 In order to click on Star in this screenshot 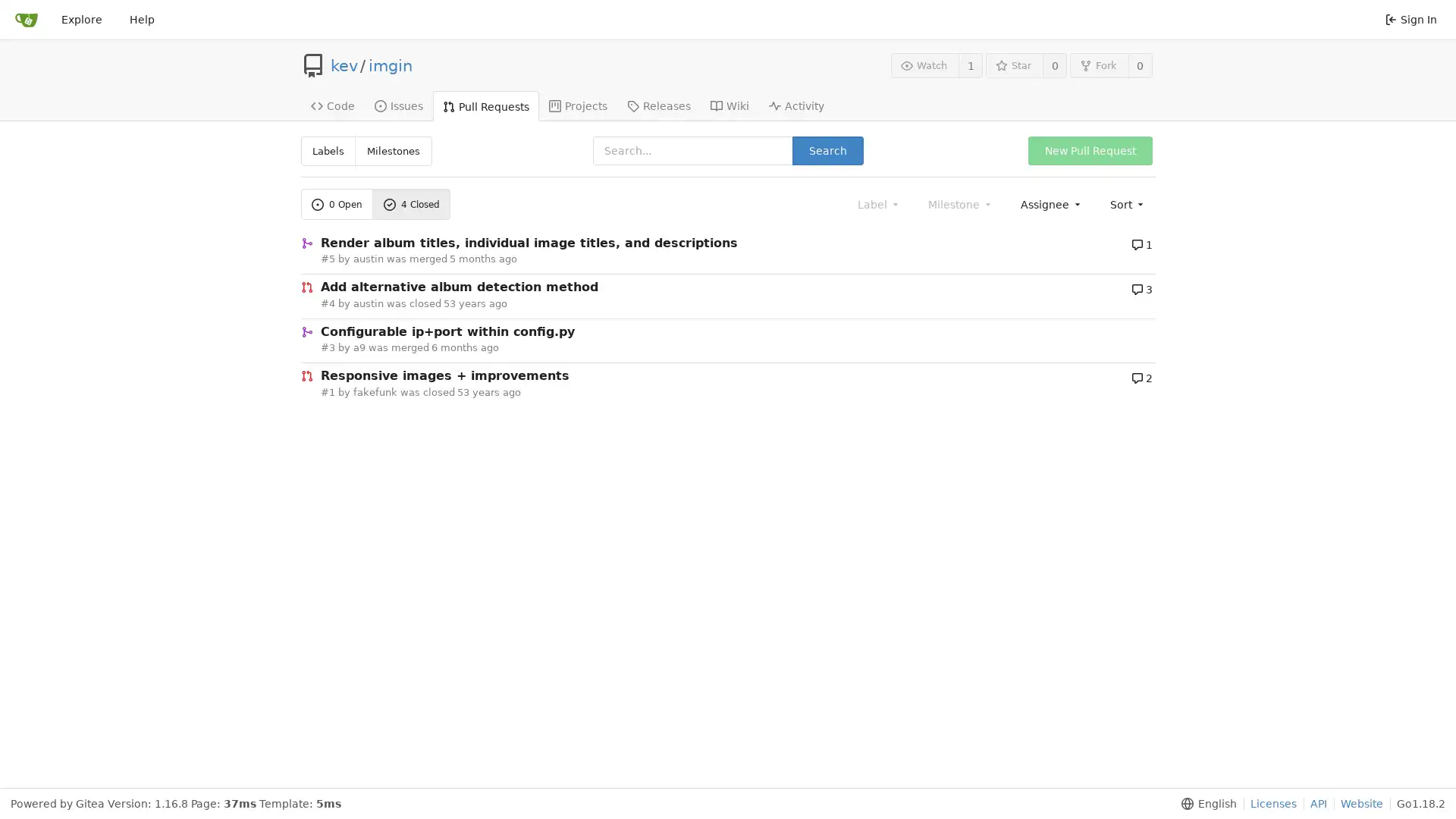, I will do `click(1014, 64)`.